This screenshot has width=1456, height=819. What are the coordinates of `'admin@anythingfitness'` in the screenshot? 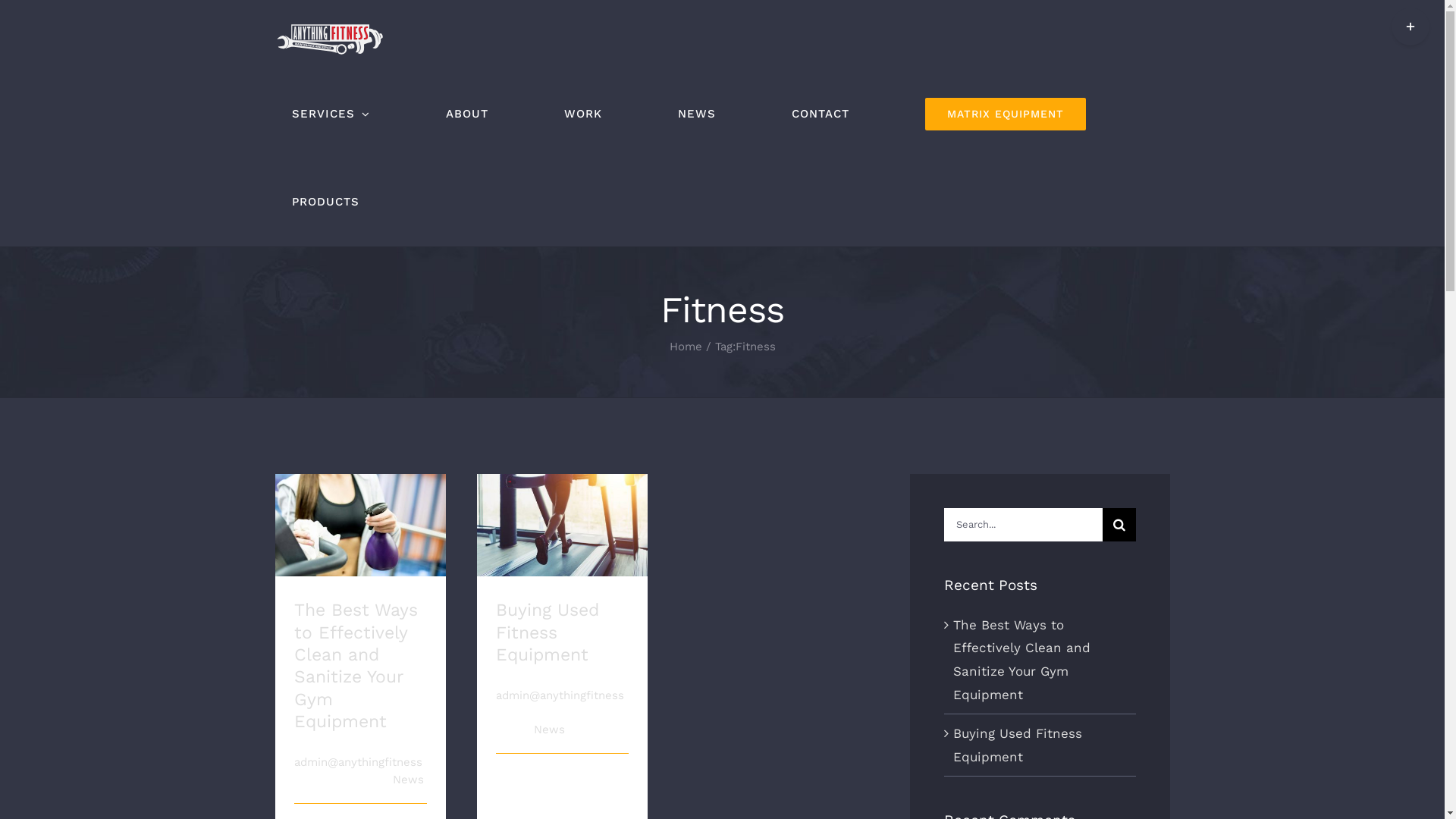 It's located at (357, 762).